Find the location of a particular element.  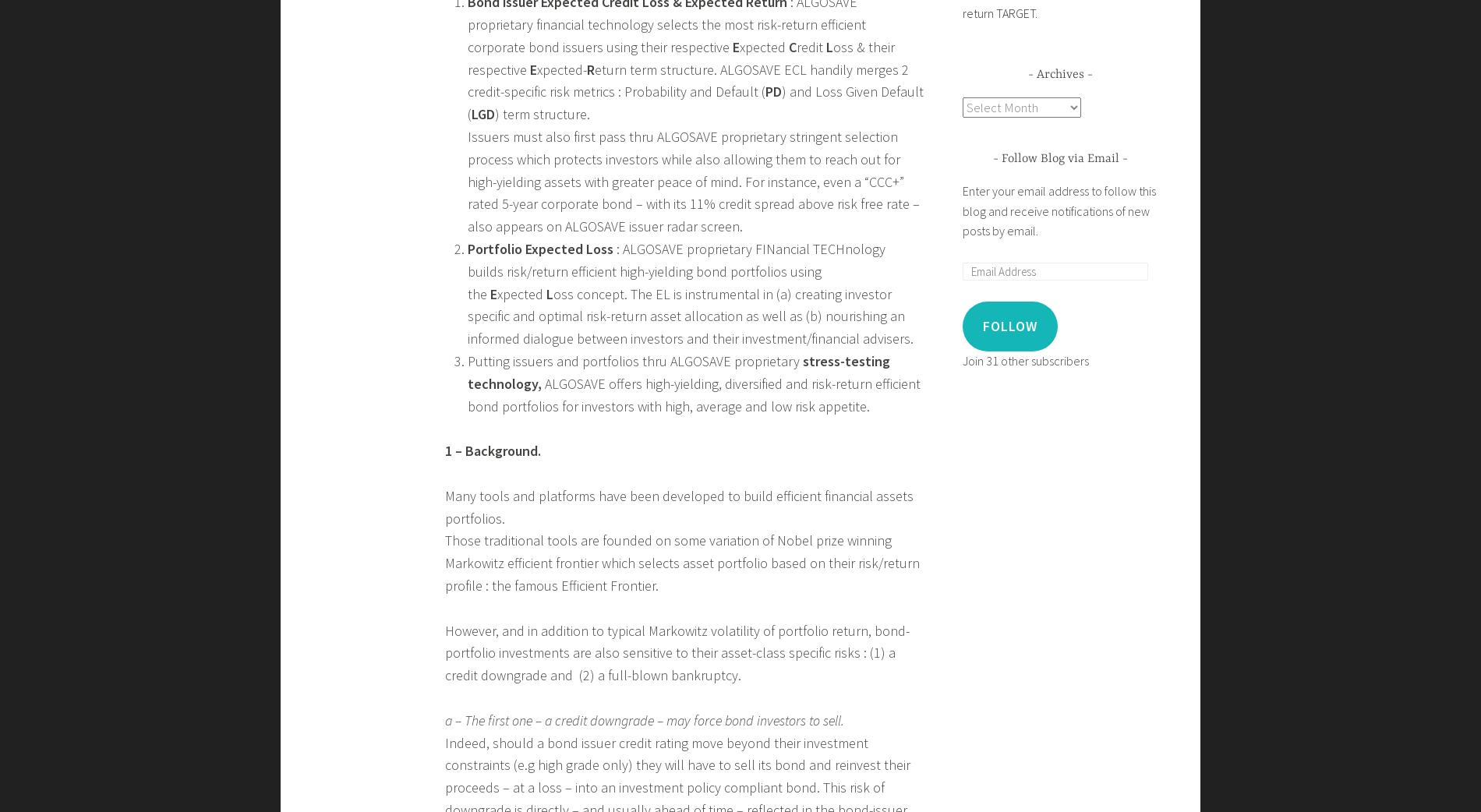

'Portfolio Expected Loss' is located at coordinates (467, 249).